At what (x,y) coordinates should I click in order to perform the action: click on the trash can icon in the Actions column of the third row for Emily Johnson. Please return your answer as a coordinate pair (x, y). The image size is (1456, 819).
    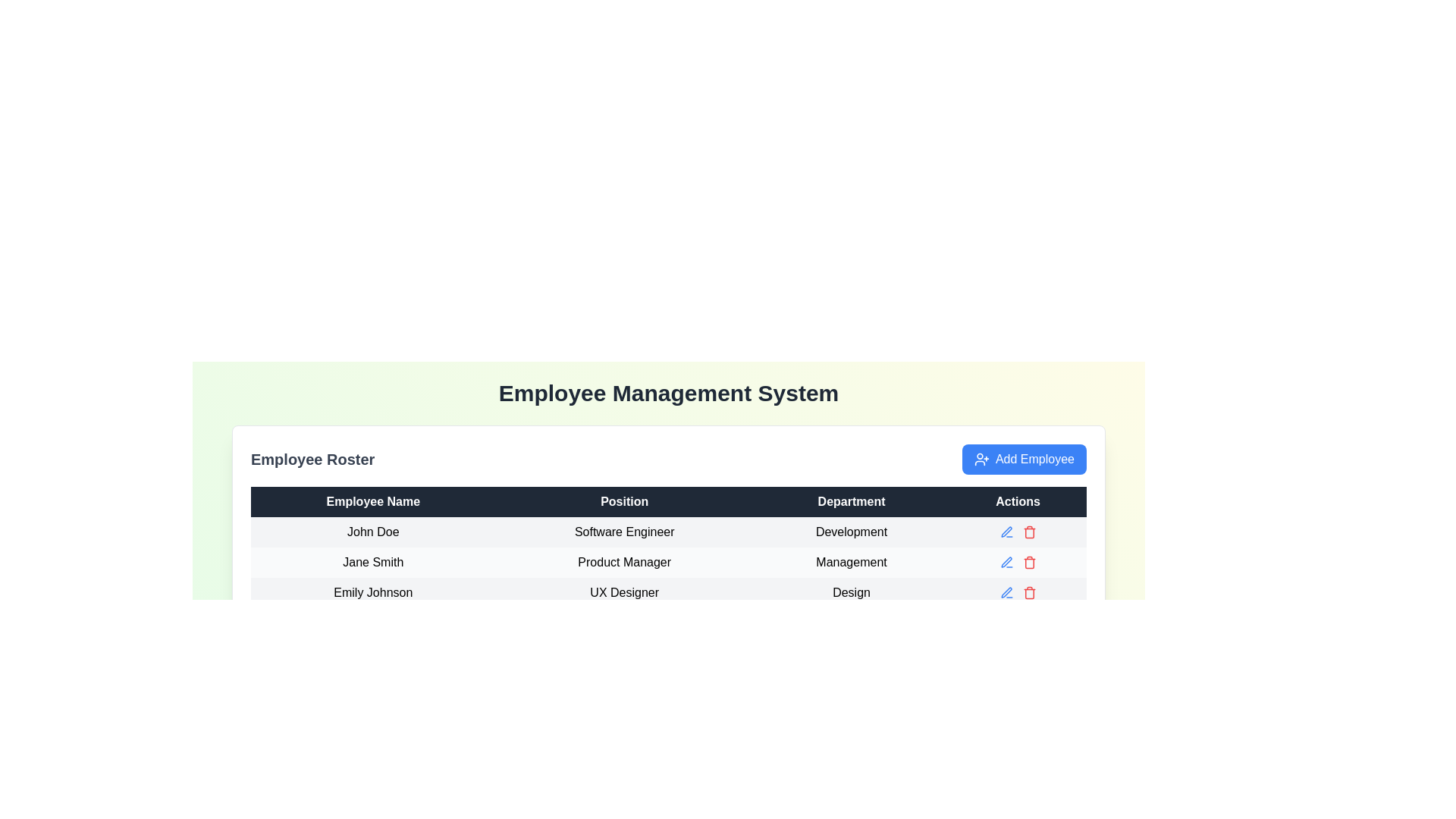
    Looking at the image, I should click on (1029, 592).